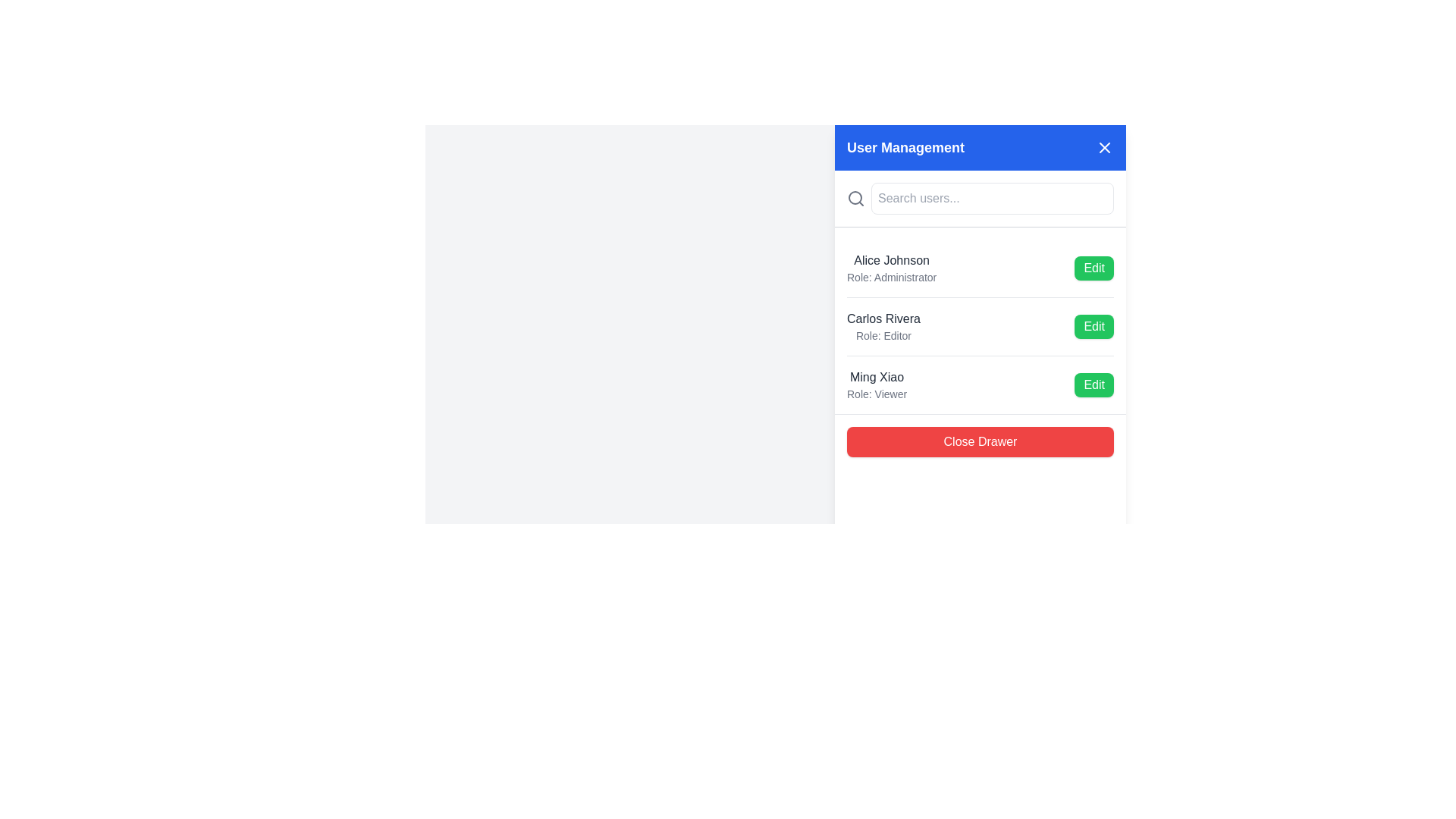 The height and width of the screenshot is (819, 1456). I want to click on the text block displaying user identification, which is located under 'Alice Johnson' and above 'Ming Xiao', so click(883, 326).